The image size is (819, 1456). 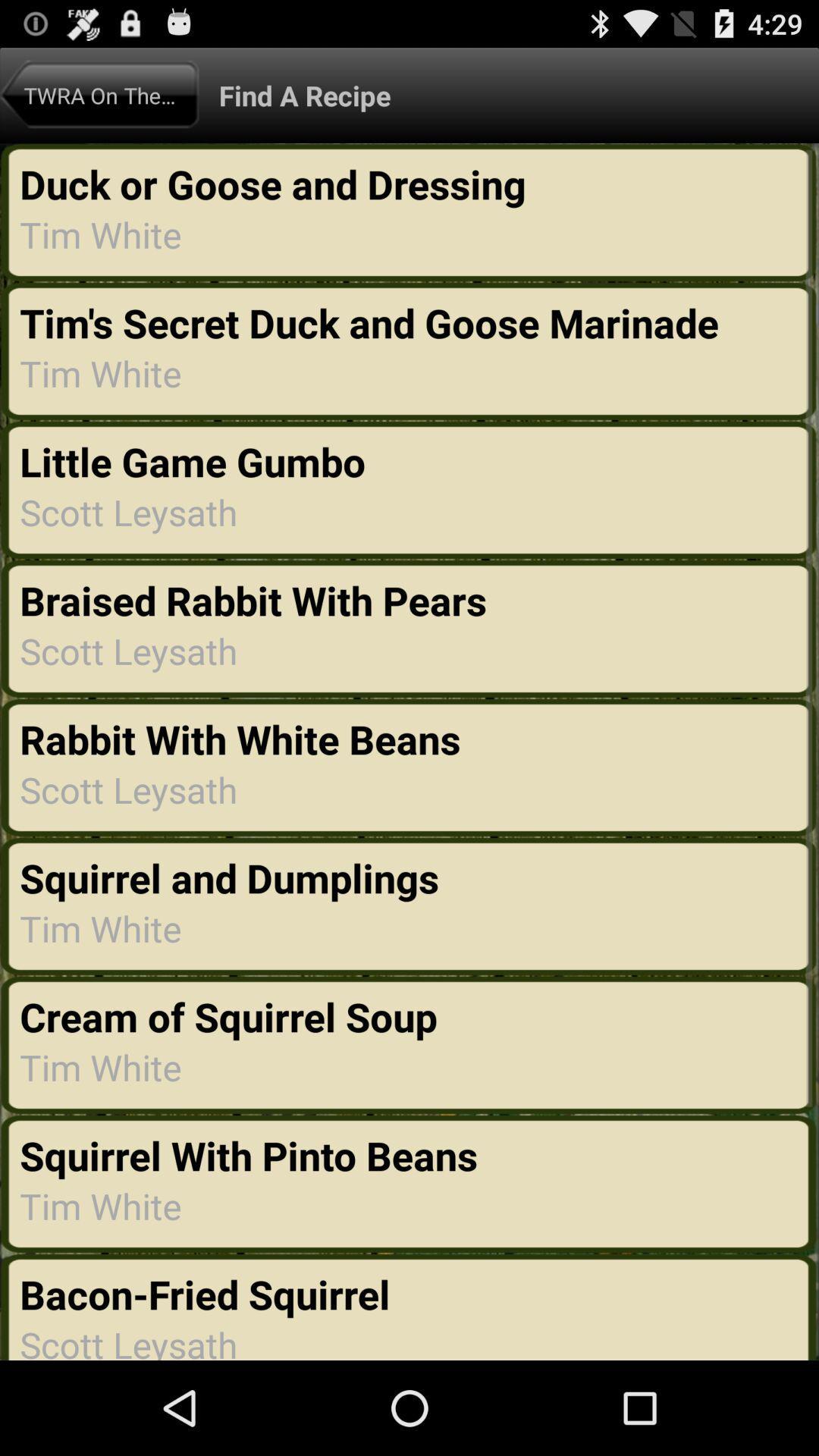 I want to click on icon above the duck or goose, so click(x=99, y=94).